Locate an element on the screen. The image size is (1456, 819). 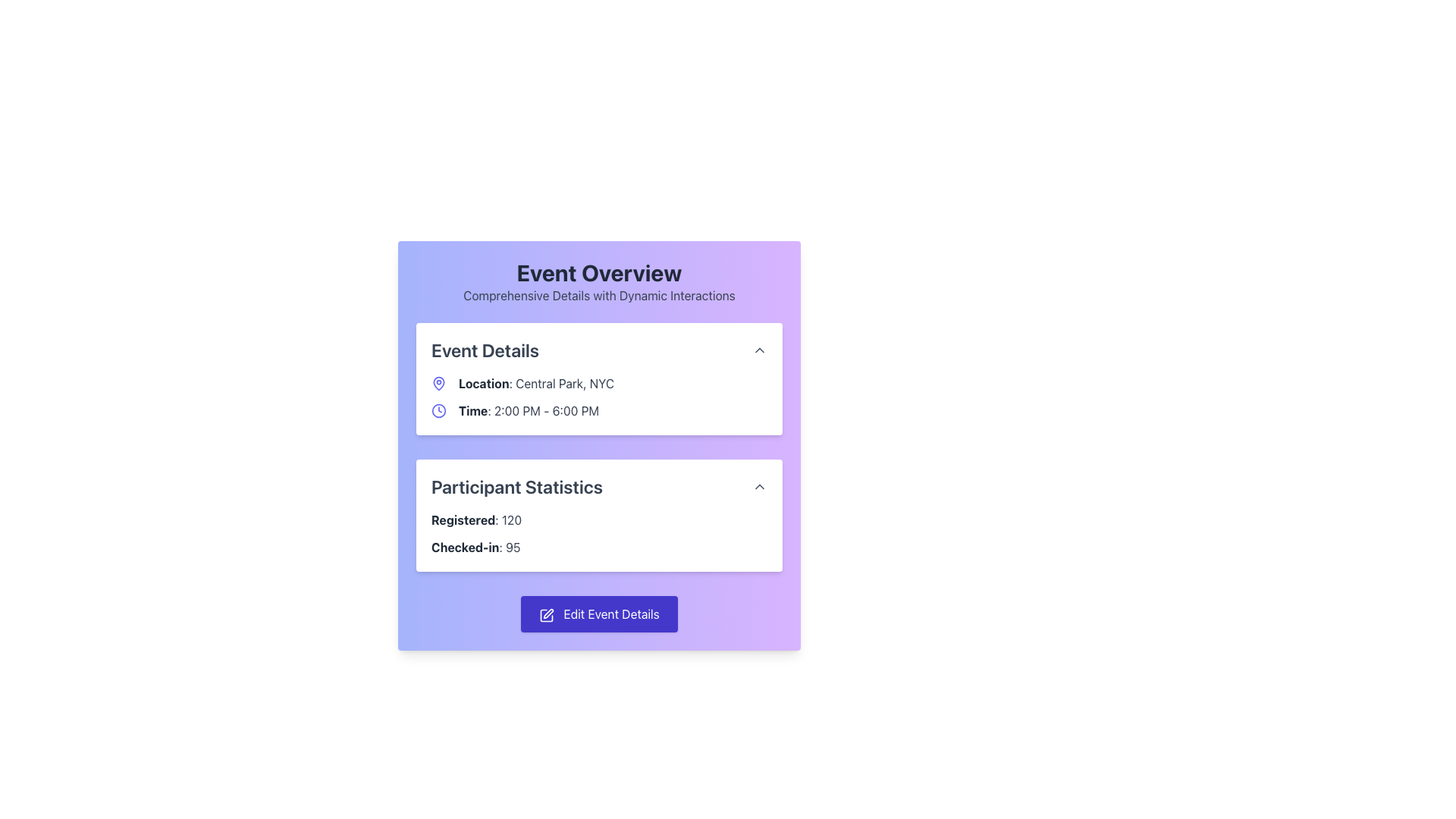
the label indicating the time range '2:00 PM - 6:00 PM' in the 'Event Details' section is located at coordinates (472, 411).